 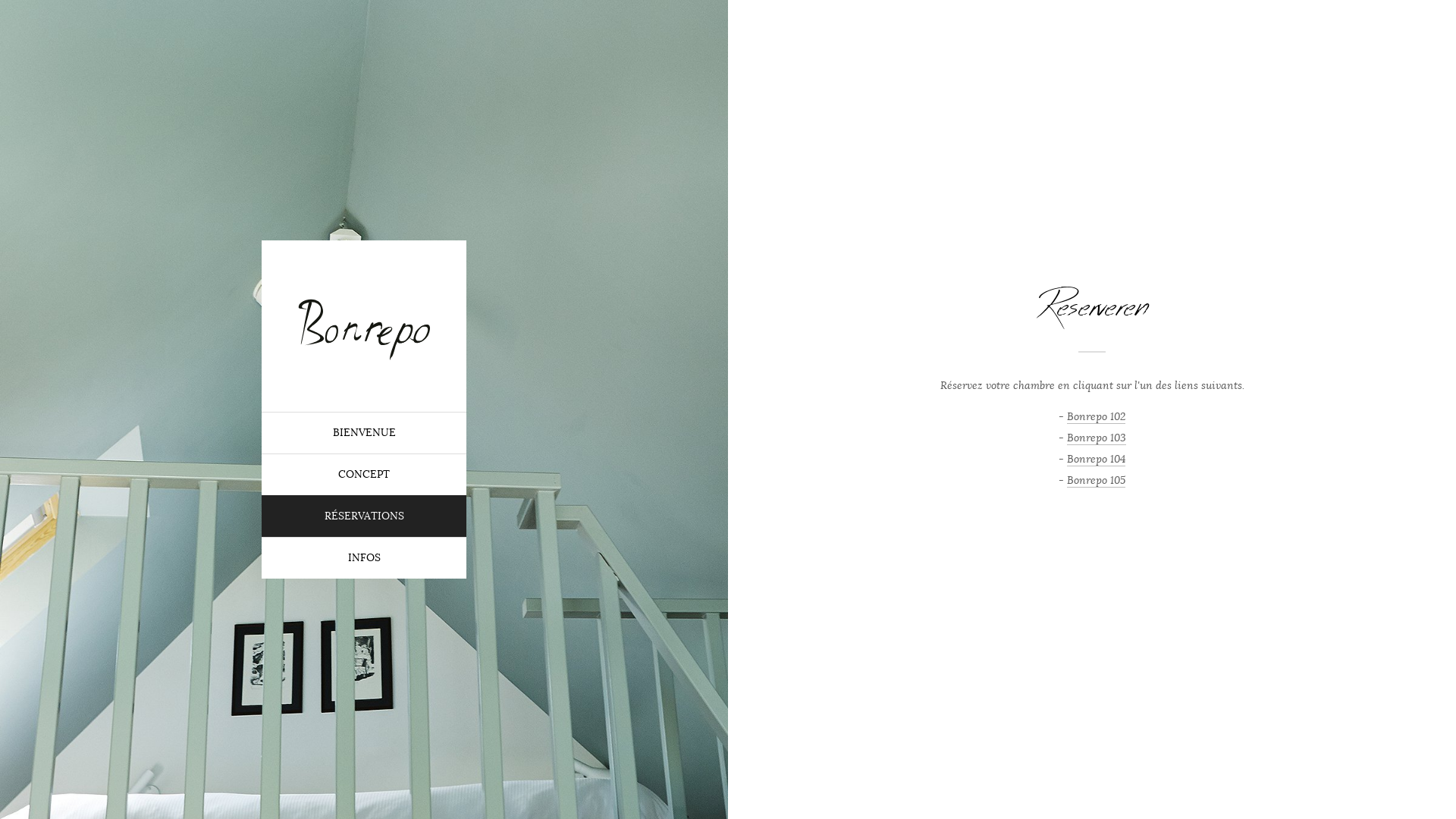 What do you see at coordinates (1095, 438) in the screenshot?
I see `'Bonrepo 103'` at bounding box center [1095, 438].